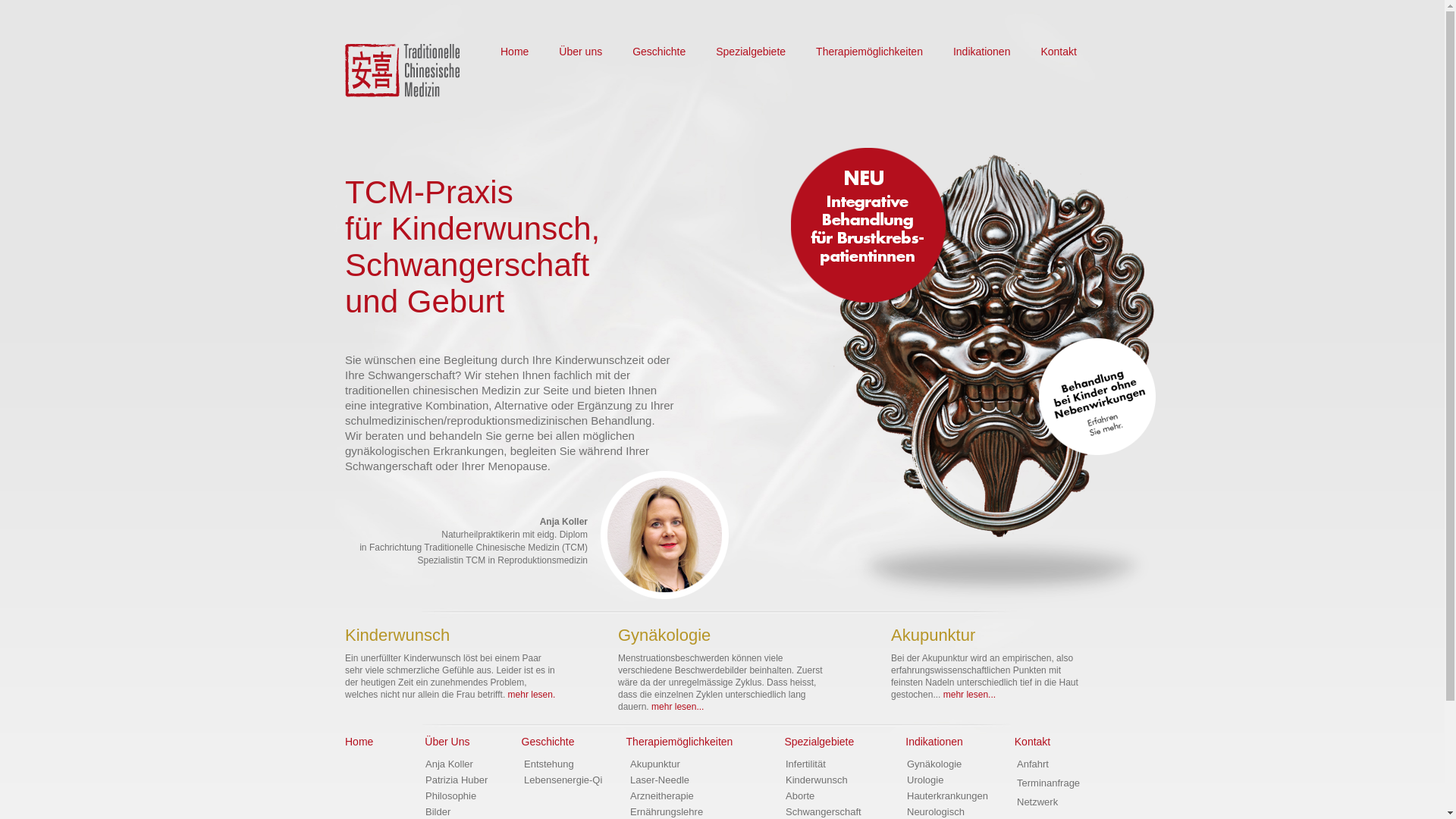  Describe the element at coordinates (934, 811) in the screenshot. I see `'Neurologisch'` at that location.